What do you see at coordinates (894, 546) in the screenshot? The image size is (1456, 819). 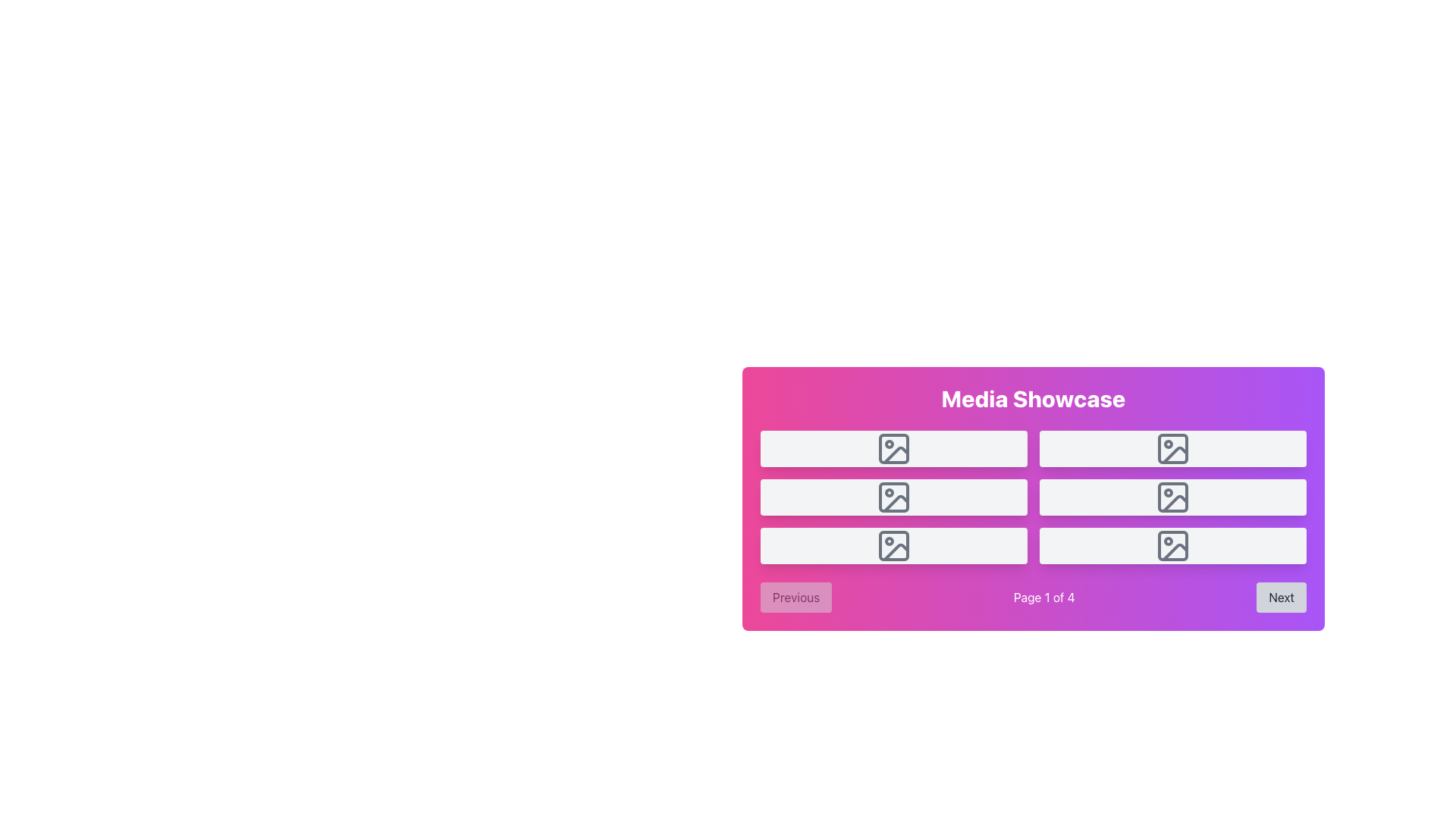 I see `the decorative SVG Rectangle in the Media Showcase module located in the third row and second column of the icon grid` at bounding box center [894, 546].